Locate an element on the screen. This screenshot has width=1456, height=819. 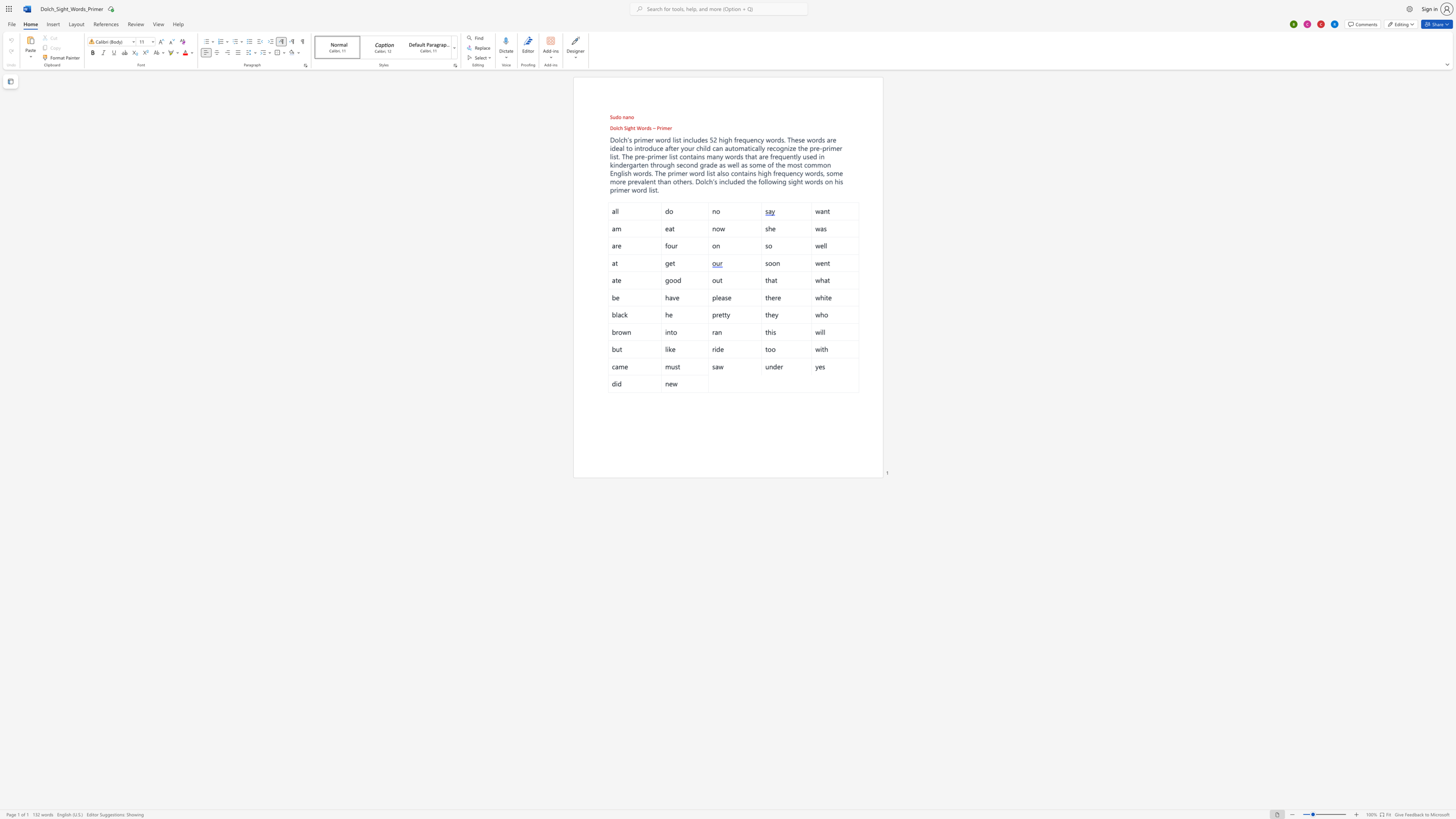
the subset text "at ar" within the text "many words that are" is located at coordinates (751, 155).